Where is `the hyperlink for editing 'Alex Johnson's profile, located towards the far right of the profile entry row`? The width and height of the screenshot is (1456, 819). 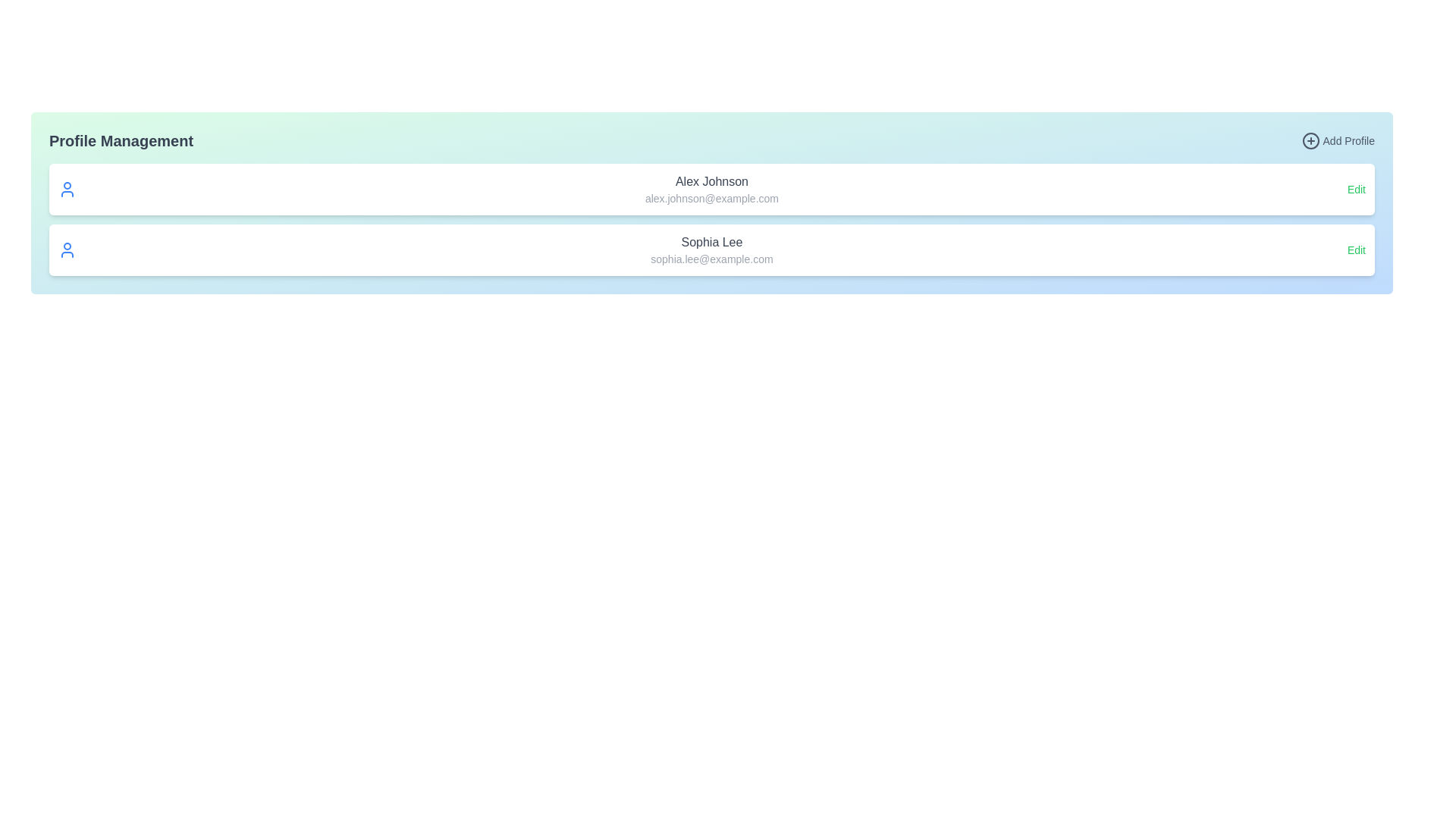
the hyperlink for editing 'Alex Johnson's profile, located towards the far right of the profile entry row is located at coordinates (1356, 189).